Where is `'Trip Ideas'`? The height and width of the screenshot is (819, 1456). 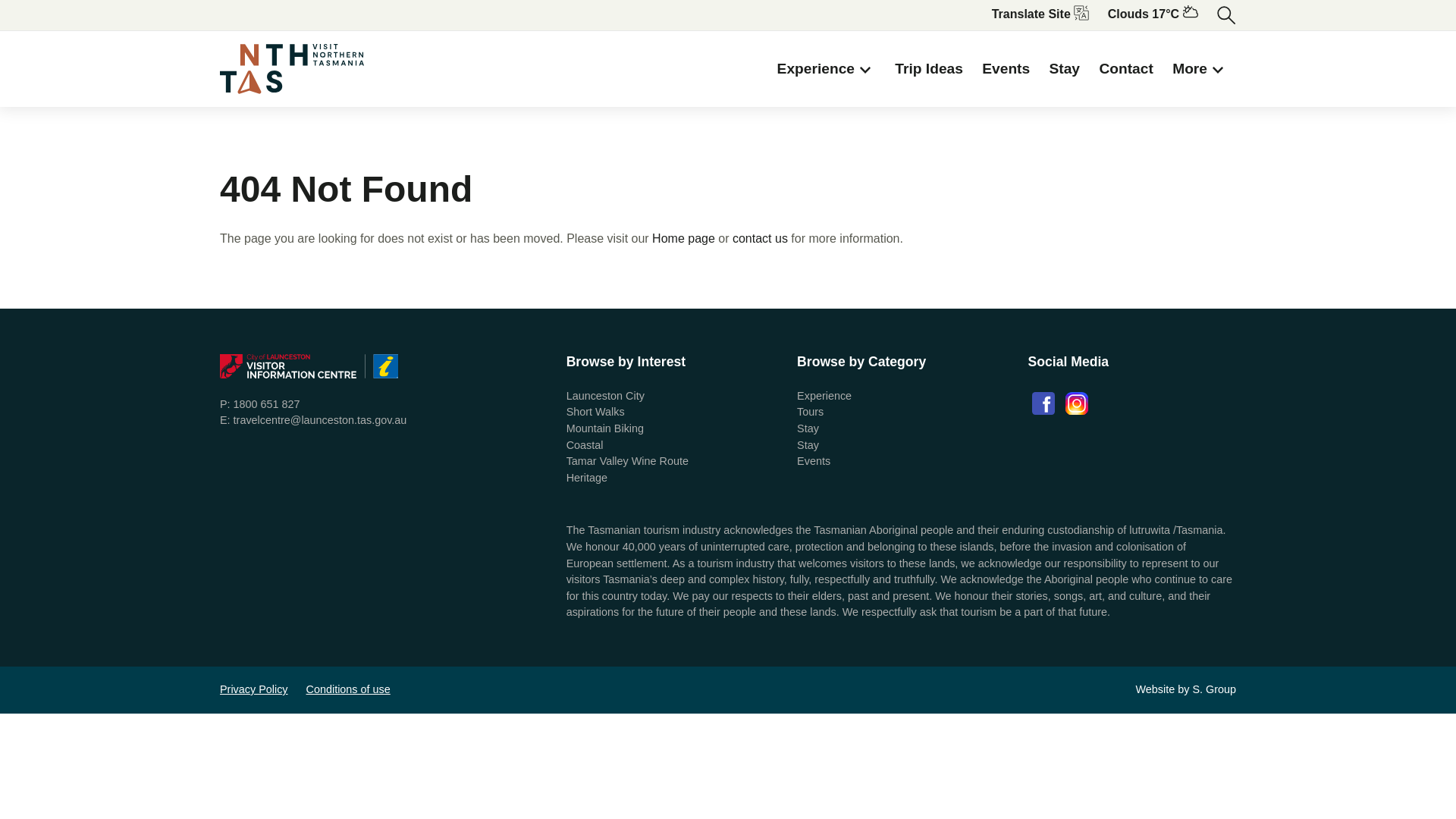 'Trip Ideas' is located at coordinates (927, 69).